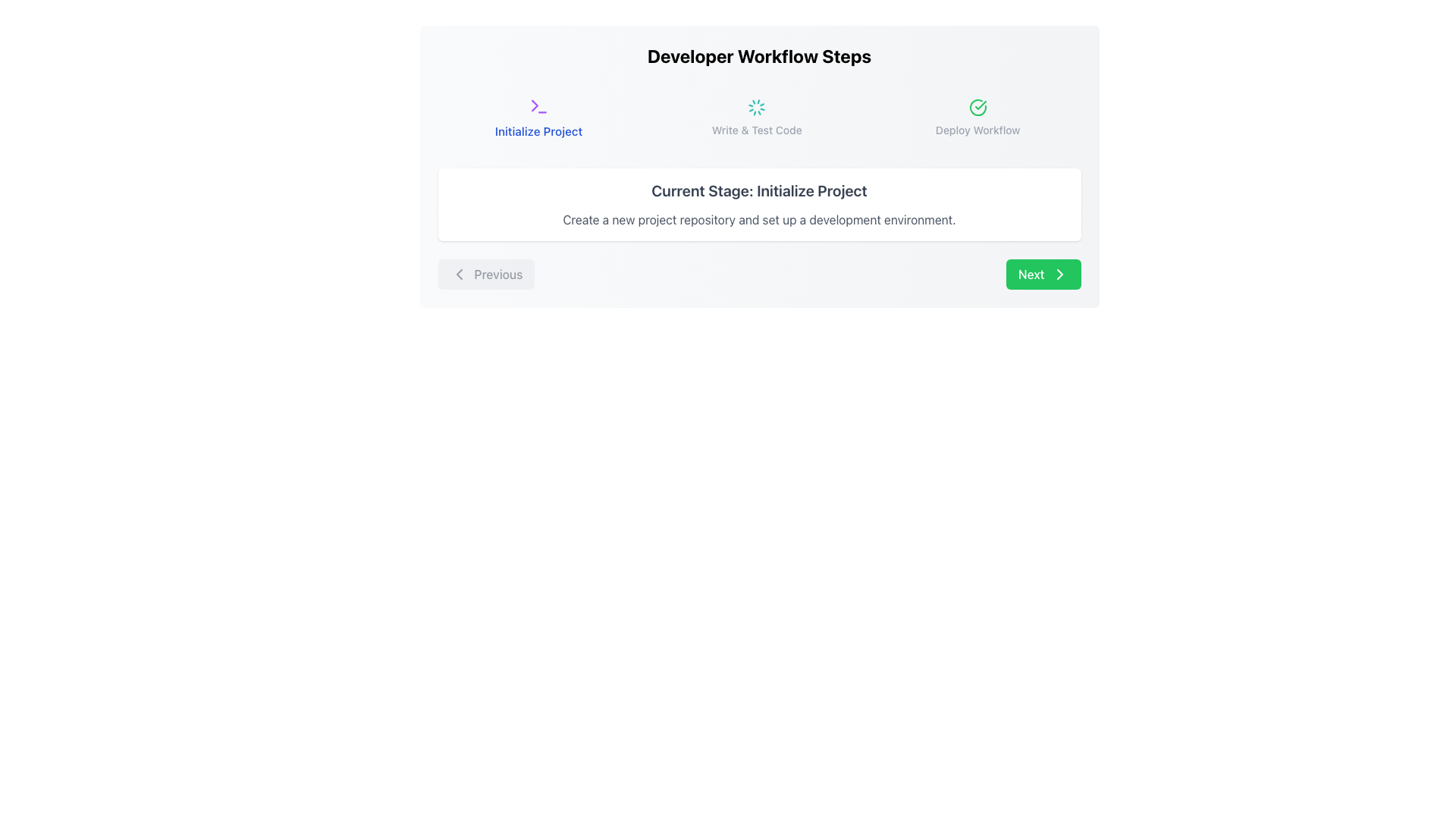  Describe the element at coordinates (538, 130) in the screenshot. I see `the Text Label indicating the current step in the workflow process, located under the 'Developer Workflow Steps' heading in the upper-left section of the application` at that location.